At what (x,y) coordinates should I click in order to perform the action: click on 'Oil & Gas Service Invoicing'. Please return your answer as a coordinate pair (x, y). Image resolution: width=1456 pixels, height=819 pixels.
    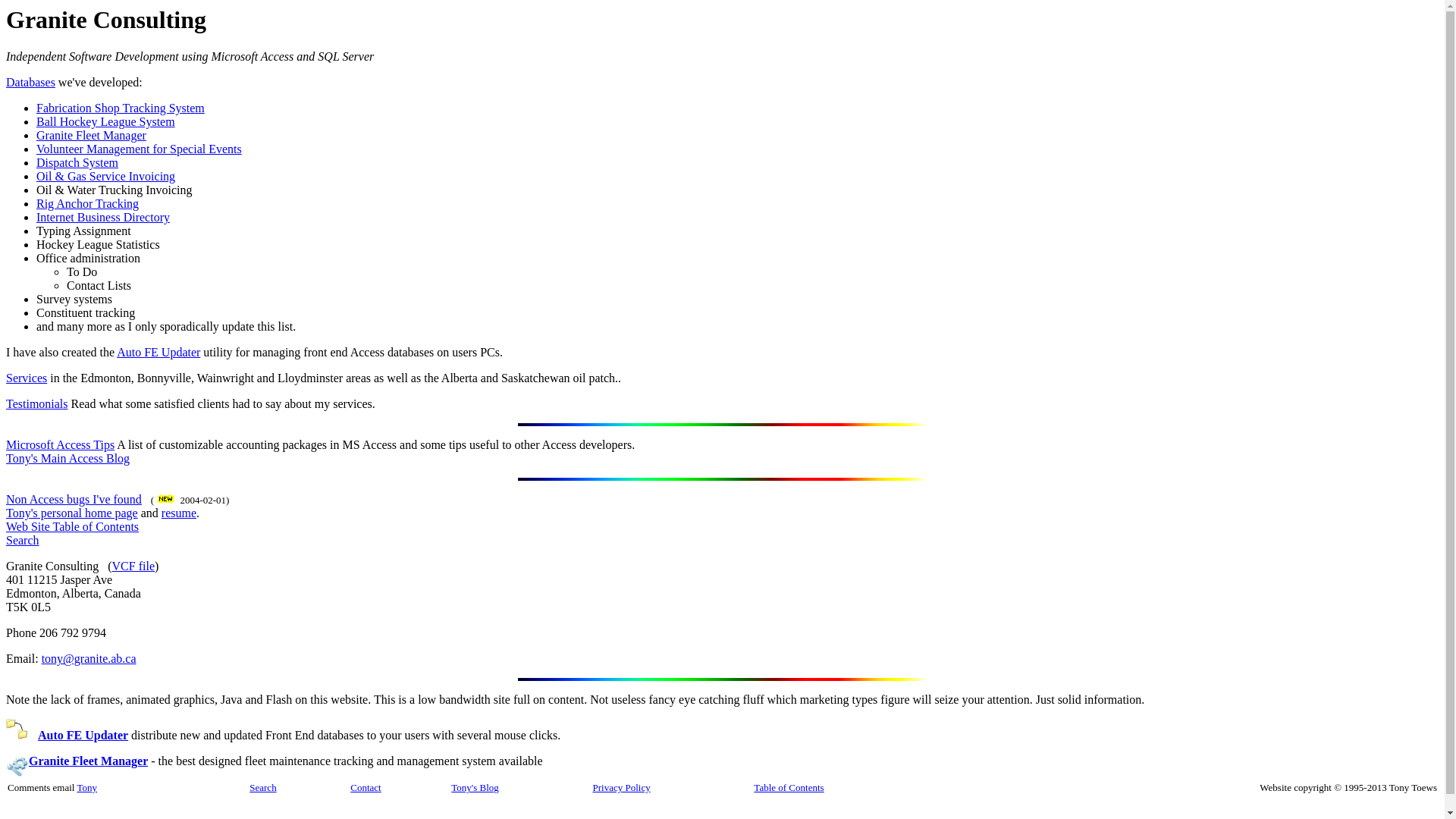
    Looking at the image, I should click on (105, 175).